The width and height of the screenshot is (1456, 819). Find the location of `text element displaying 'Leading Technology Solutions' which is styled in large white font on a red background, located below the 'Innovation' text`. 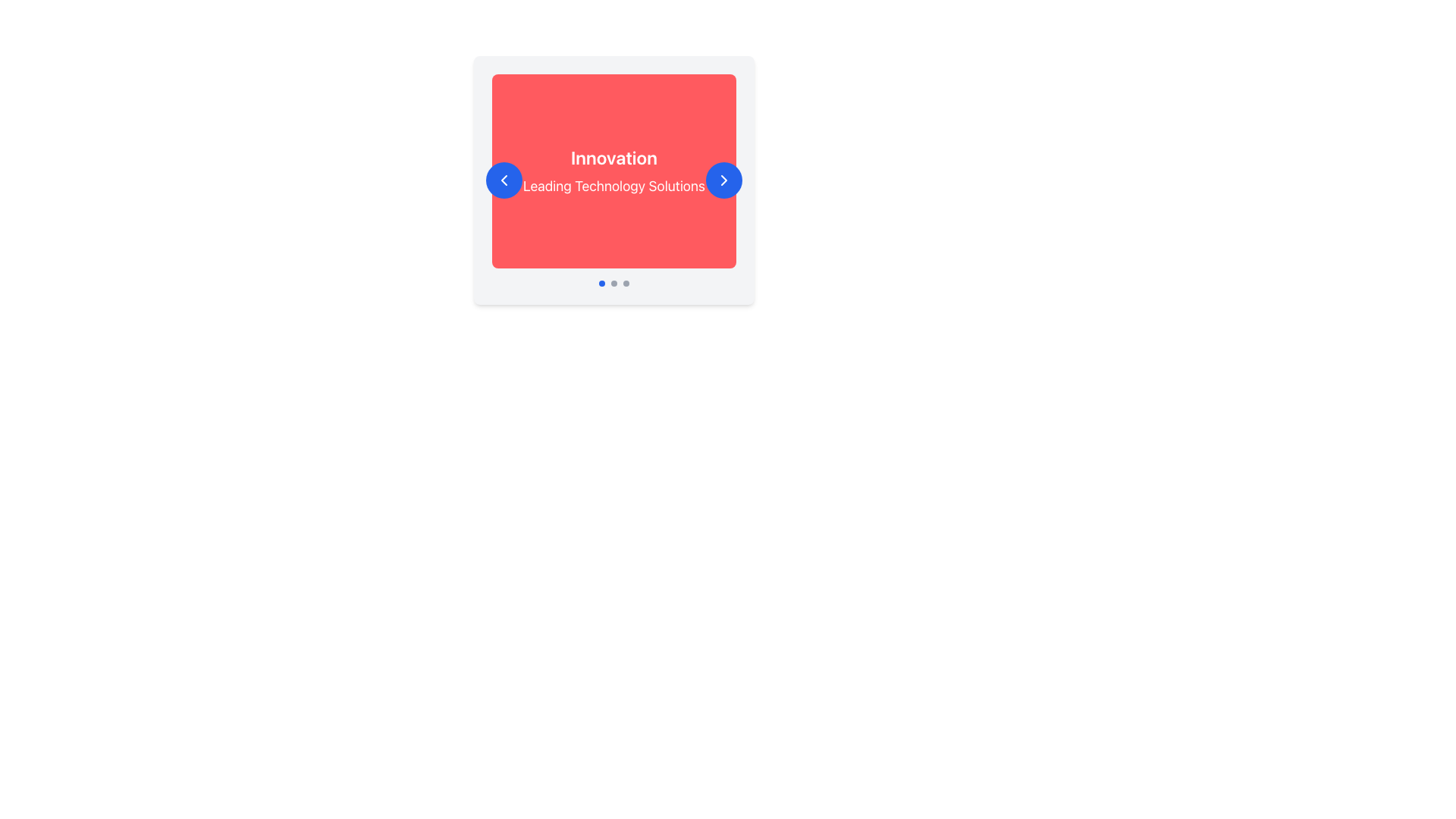

text element displaying 'Leading Technology Solutions' which is styled in large white font on a red background, located below the 'Innovation' text is located at coordinates (614, 186).